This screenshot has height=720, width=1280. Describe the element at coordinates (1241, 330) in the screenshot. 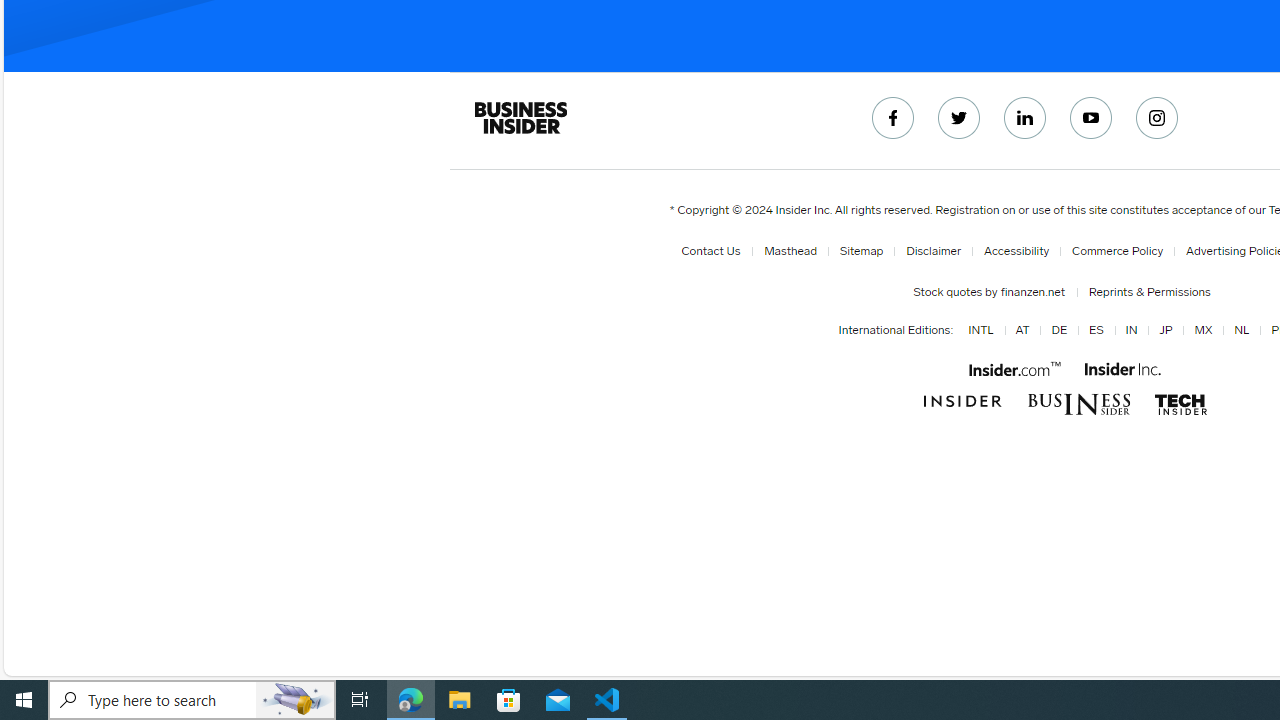

I see `'NL'` at that location.